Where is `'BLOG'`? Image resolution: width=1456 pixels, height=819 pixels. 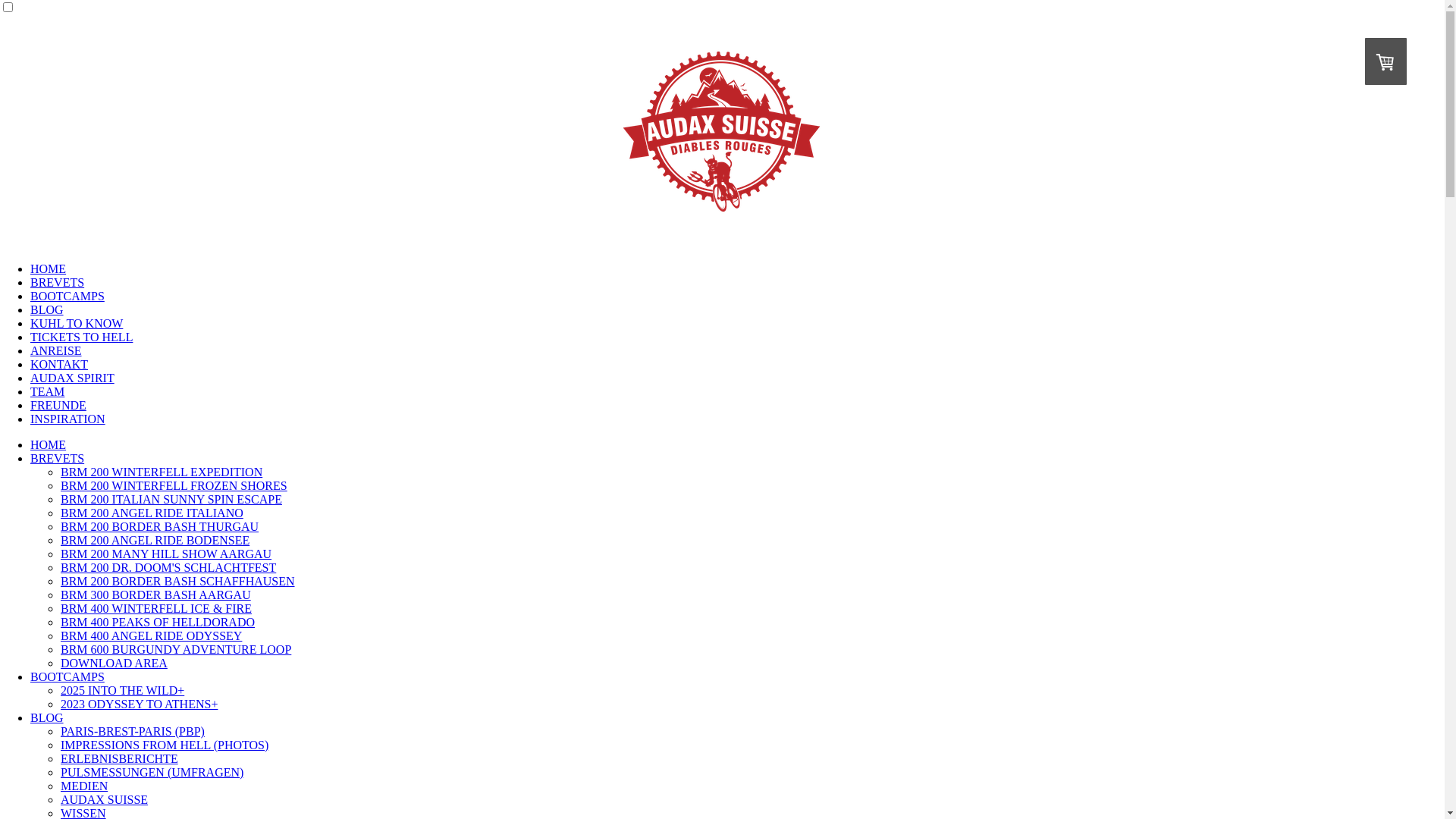 'BLOG' is located at coordinates (47, 717).